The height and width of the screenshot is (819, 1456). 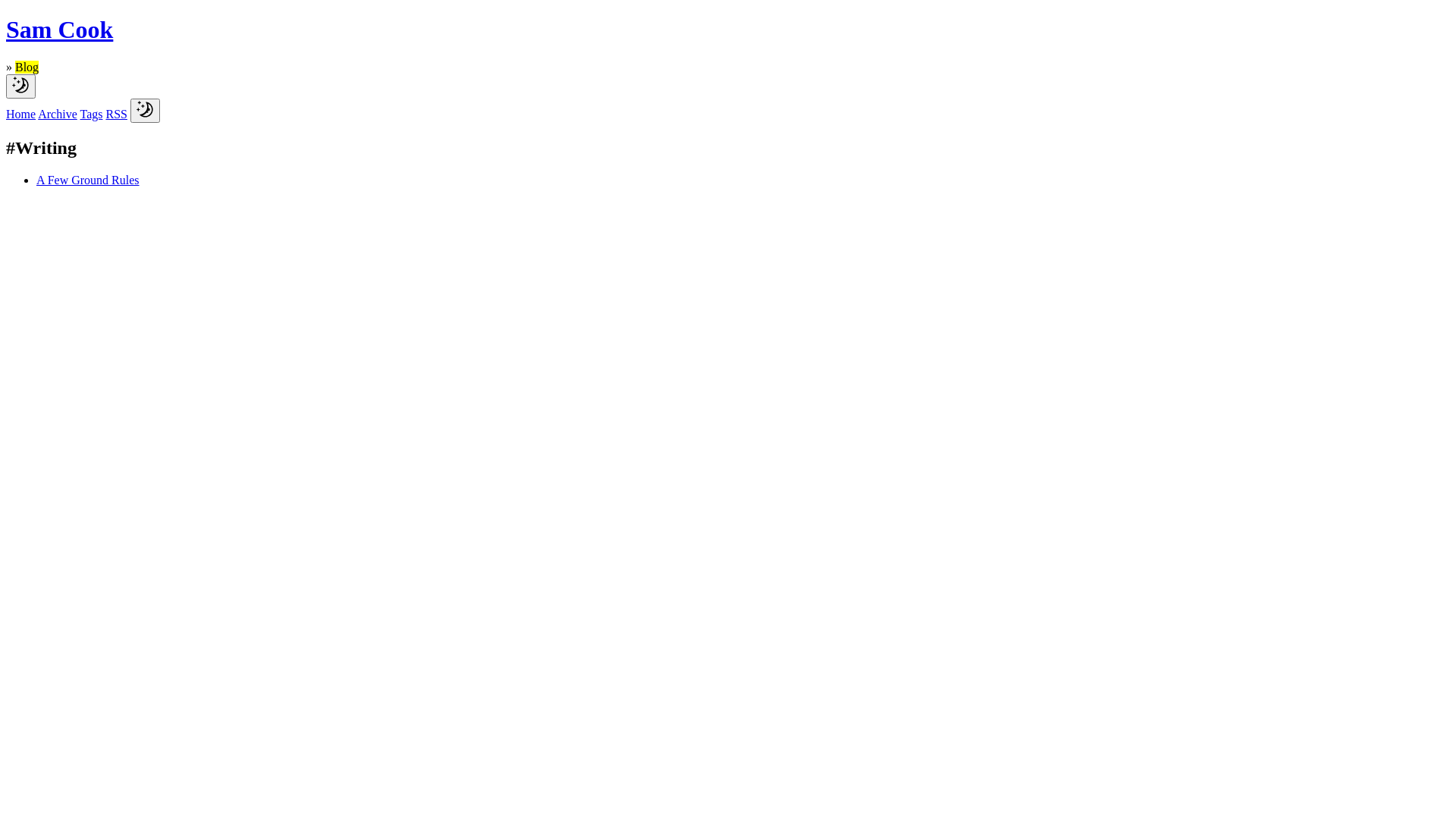 What do you see at coordinates (36, 179) in the screenshot?
I see `'A Few Ground Rules'` at bounding box center [36, 179].